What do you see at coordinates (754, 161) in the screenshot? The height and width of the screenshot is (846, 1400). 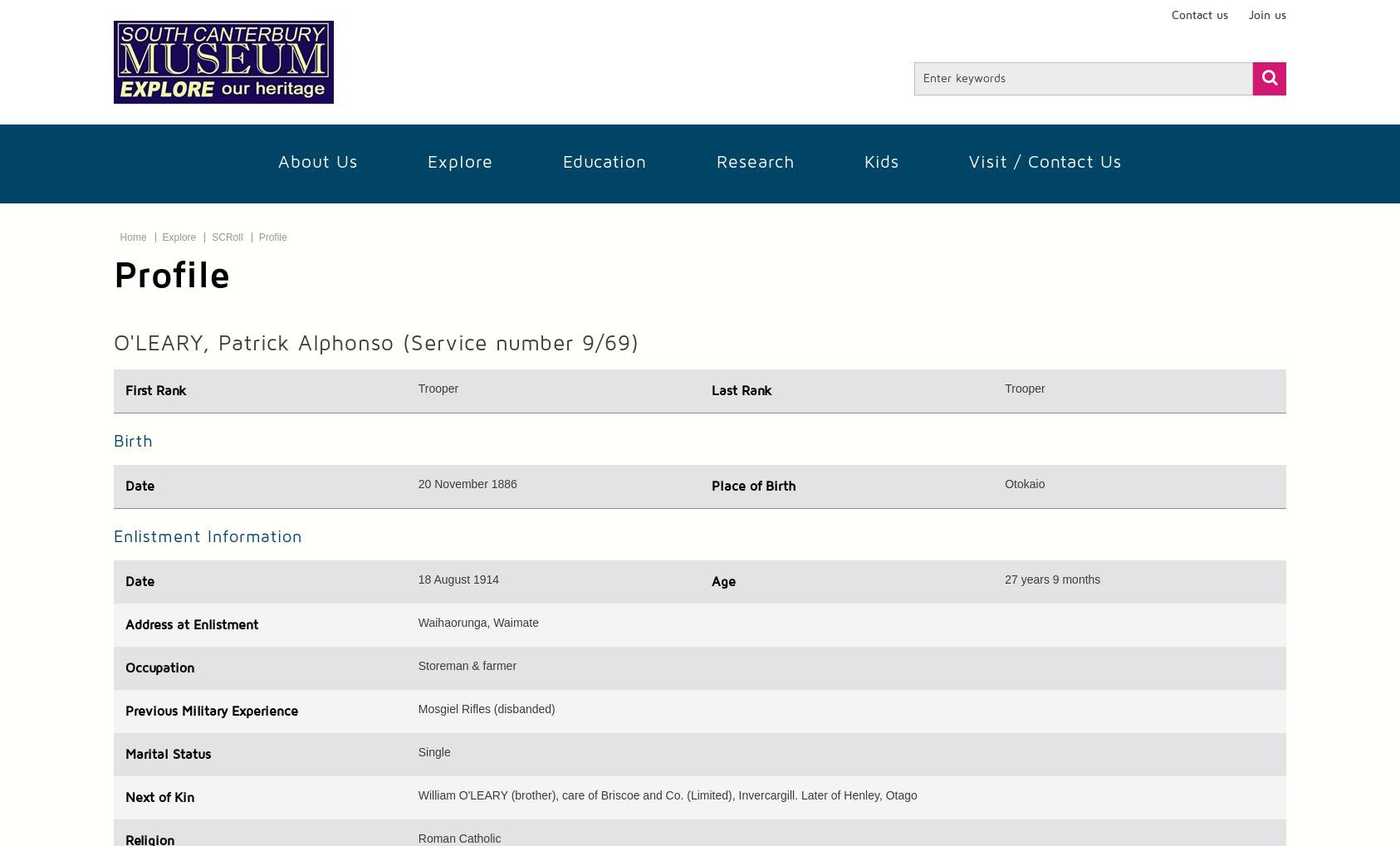 I see `'Research'` at bounding box center [754, 161].